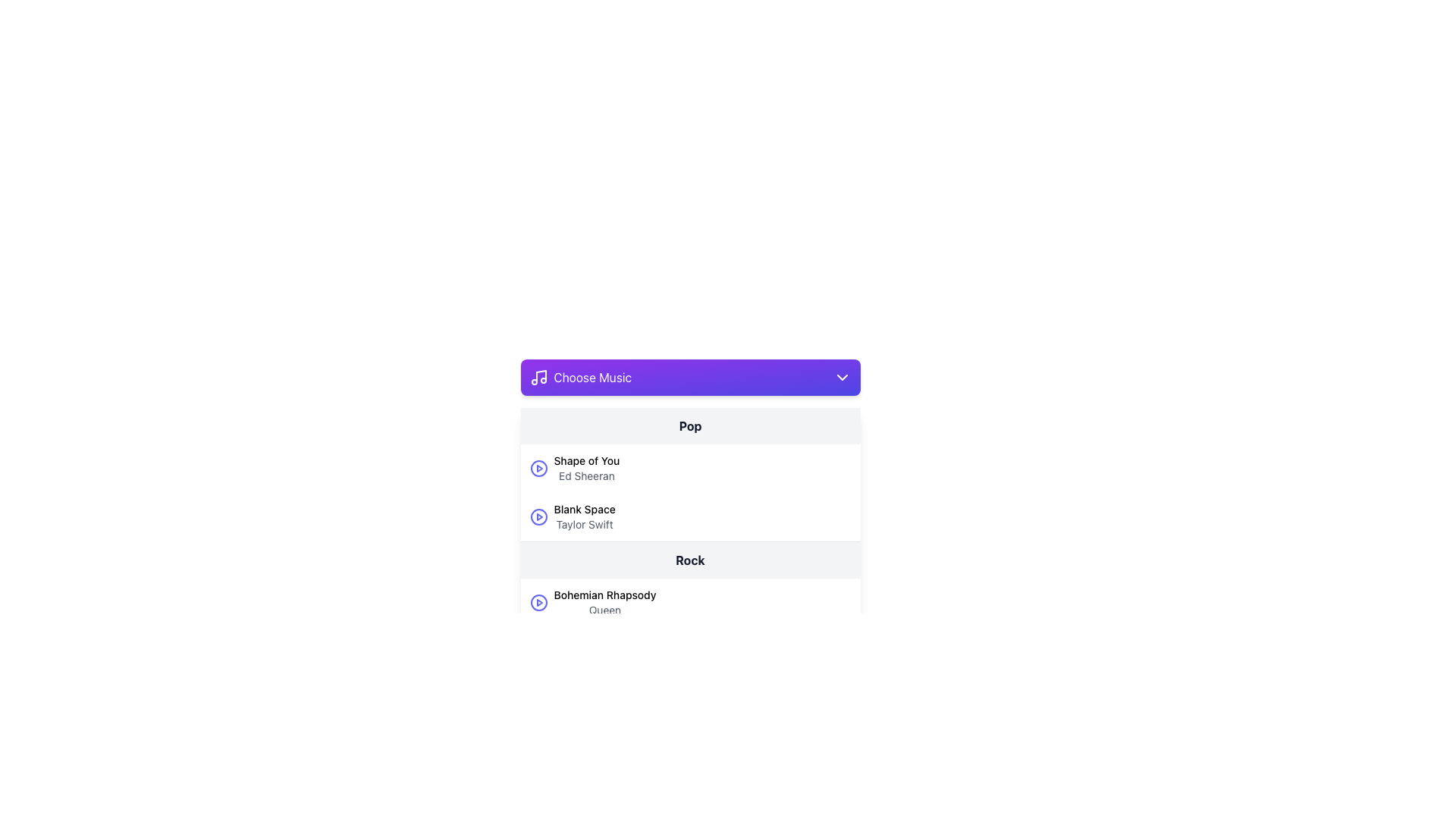  What do you see at coordinates (541, 375) in the screenshot?
I see `the music selection icon located at the top left corner of the interface, embedded within a purple bar labeled 'Choose Music'` at bounding box center [541, 375].